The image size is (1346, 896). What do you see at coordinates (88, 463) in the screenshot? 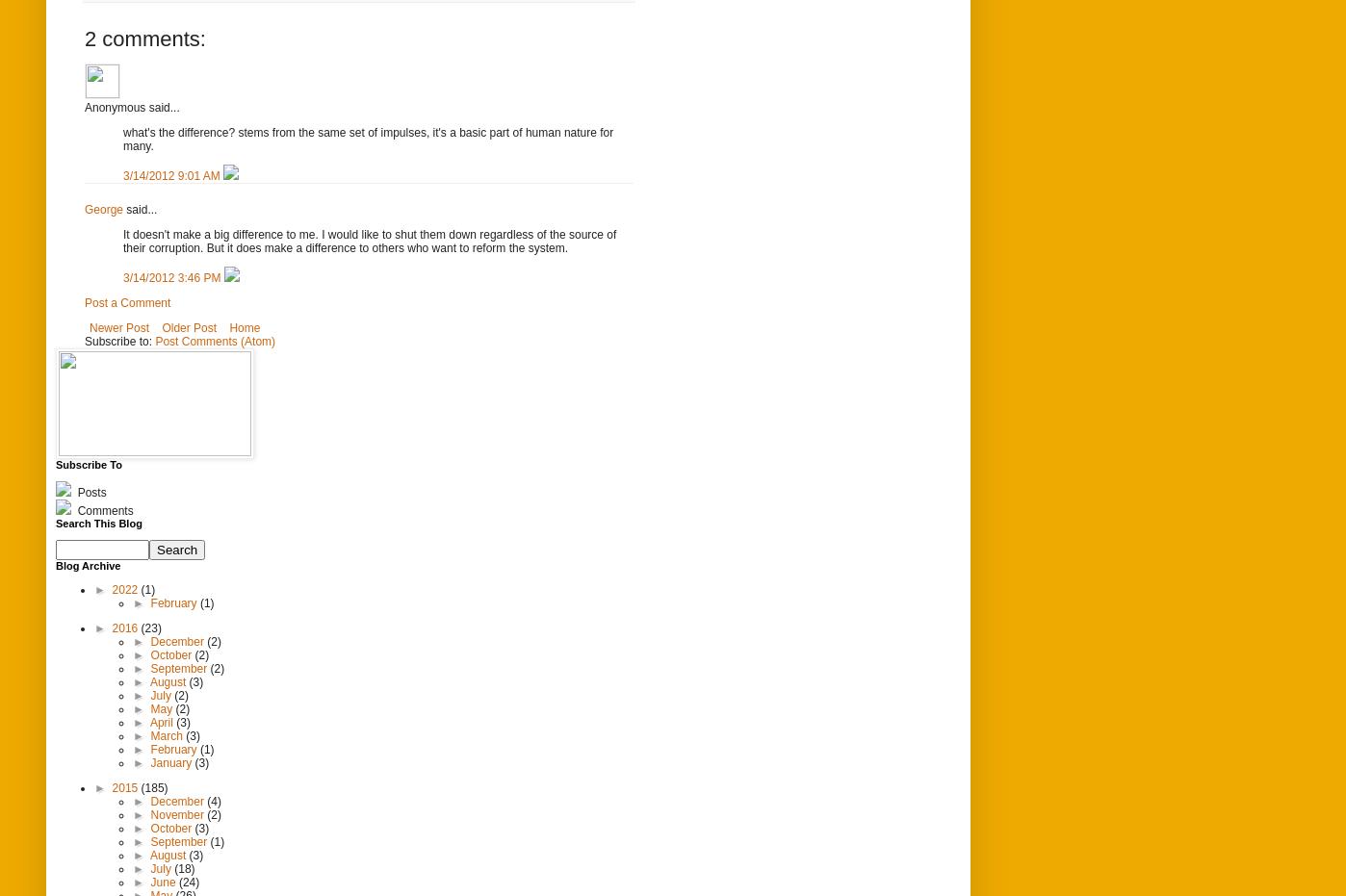
I see `'Subscribe To'` at bounding box center [88, 463].